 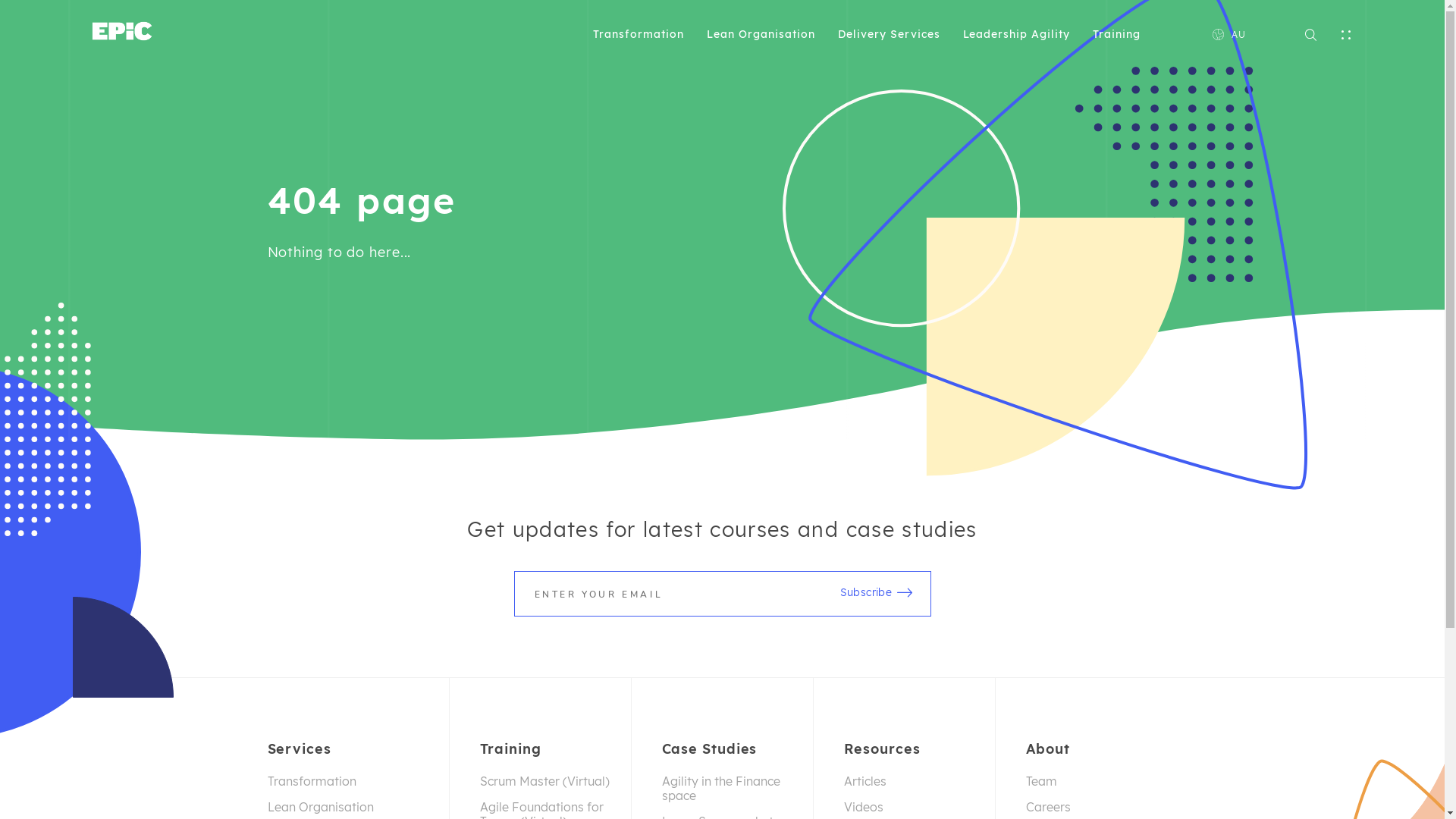 What do you see at coordinates (889, 34) in the screenshot?
I see `'Delivery Services'` at bounding box center [889, 34].